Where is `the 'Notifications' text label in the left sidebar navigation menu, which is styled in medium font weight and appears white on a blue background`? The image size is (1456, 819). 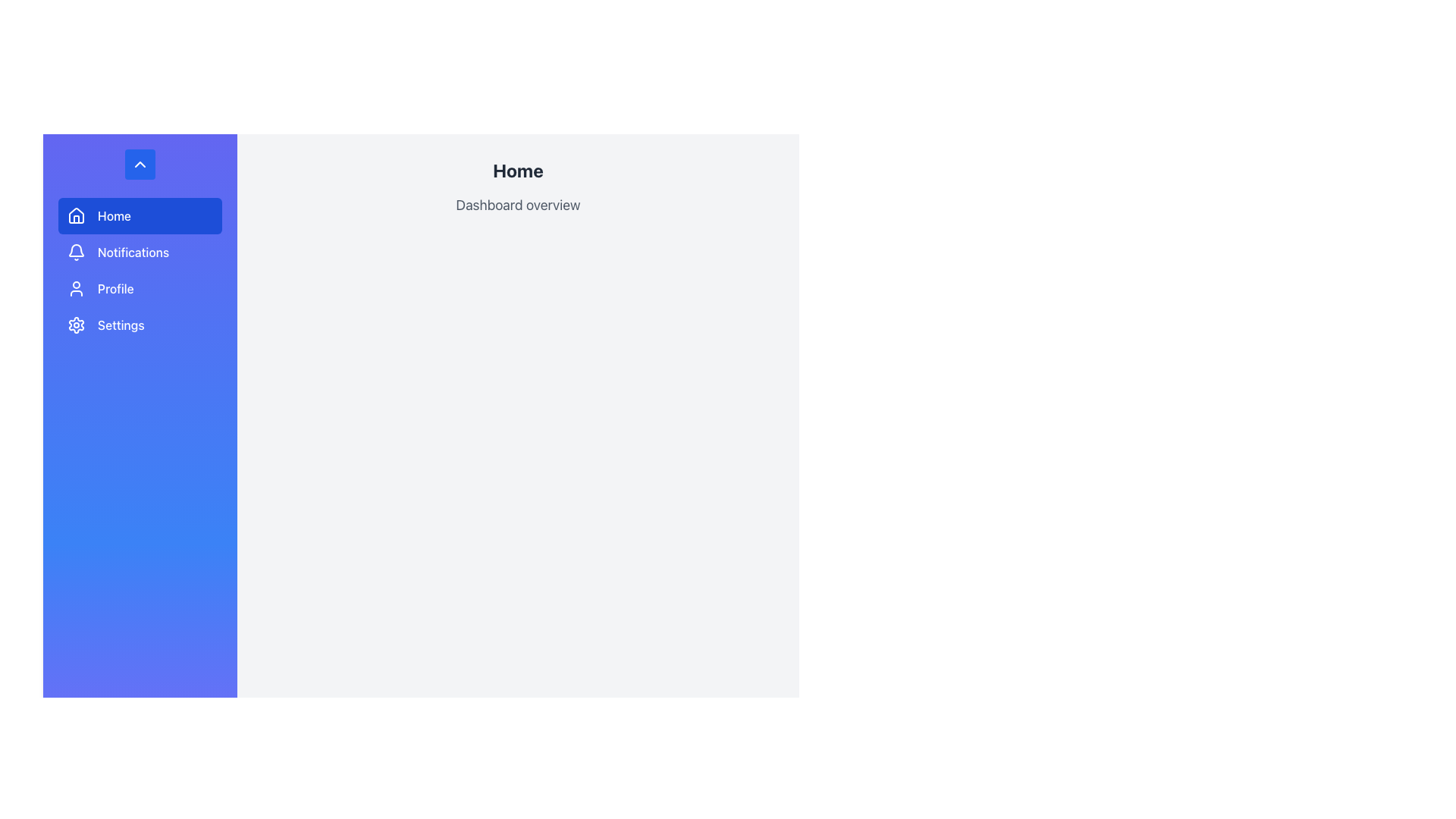
the 'Notifications' text label in the left sidebar navigation menu, which is styled in medium font weight and appears white on a blue background is located at coordinates (133, 251).